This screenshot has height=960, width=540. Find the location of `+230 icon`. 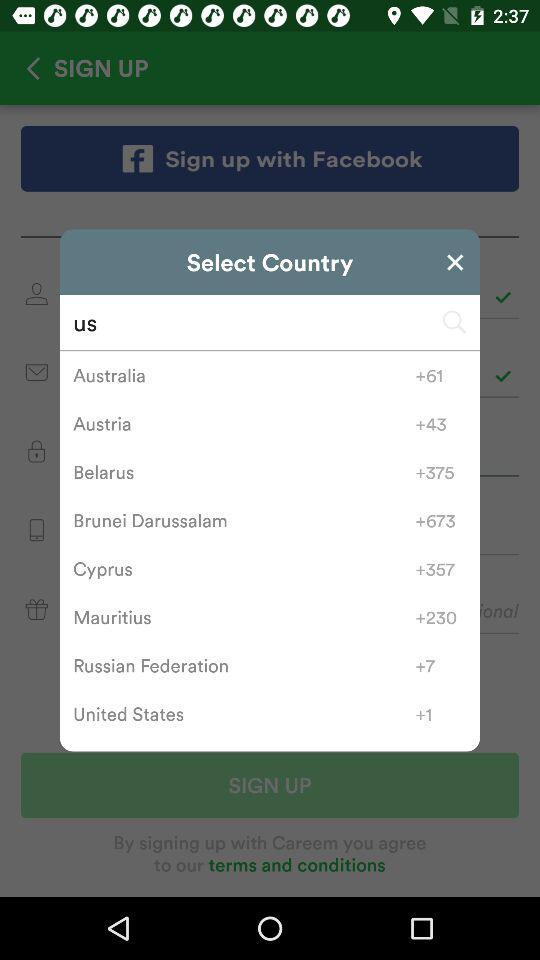

+230 icon is located at coordinates (441, 616).